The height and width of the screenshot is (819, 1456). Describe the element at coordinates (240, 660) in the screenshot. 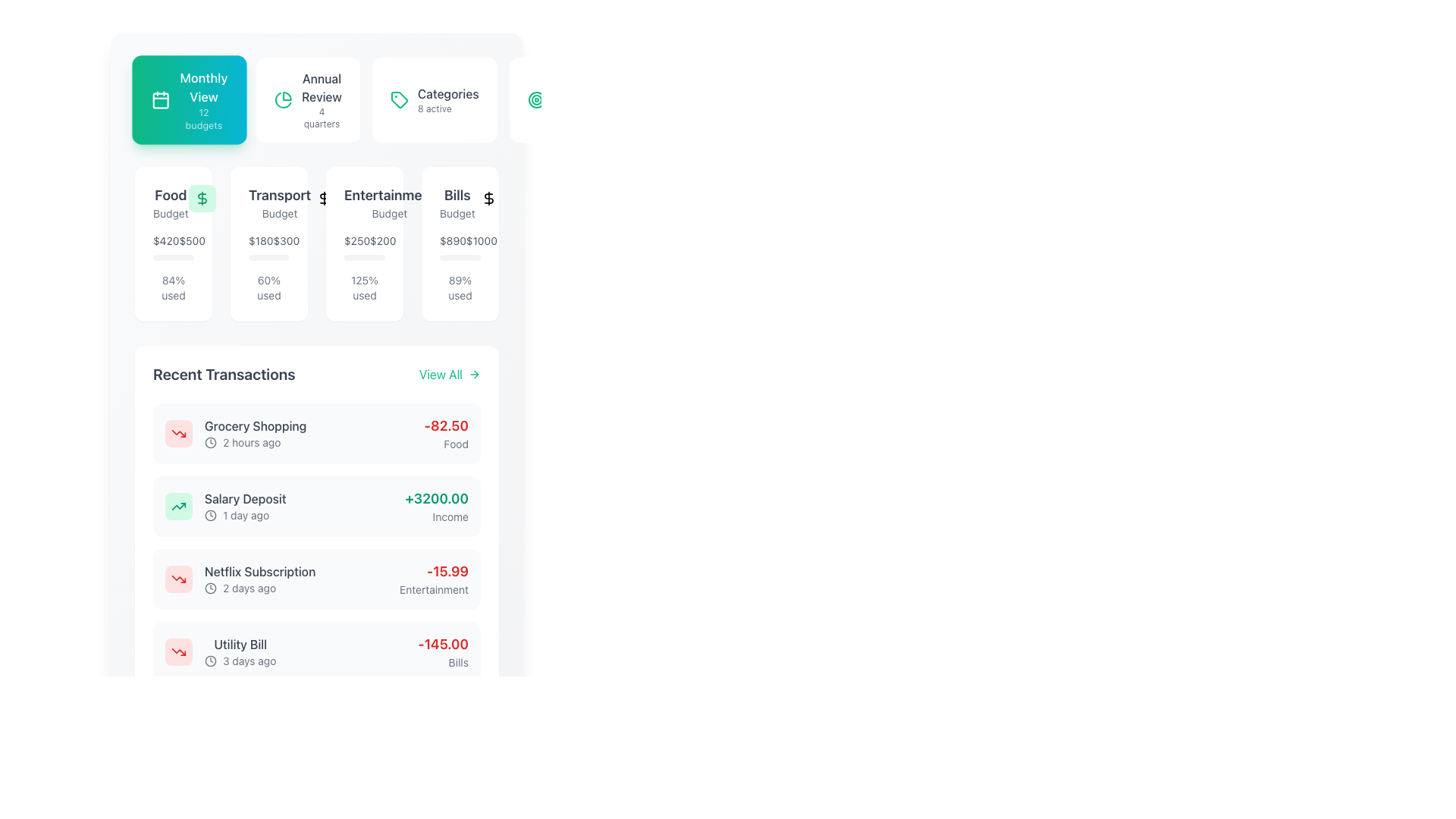

I see `text of the label with the clock icon that indicates the time passed since the 'Utility Bill' transaction, located in the fourth row of the 'Recent Transactions' list` at that location.